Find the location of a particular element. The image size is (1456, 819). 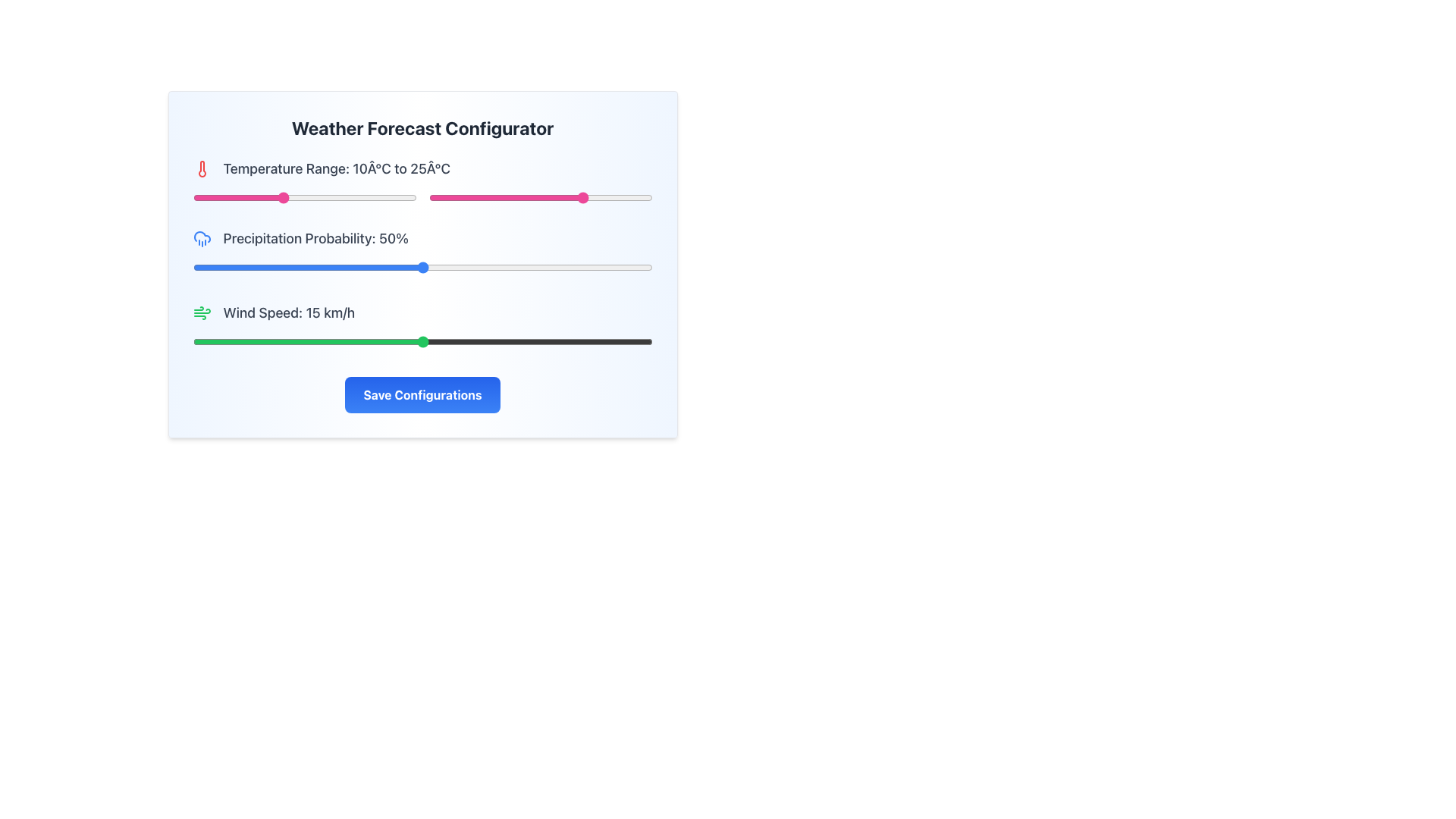

the temperature value is located at coordinates (629, 197).